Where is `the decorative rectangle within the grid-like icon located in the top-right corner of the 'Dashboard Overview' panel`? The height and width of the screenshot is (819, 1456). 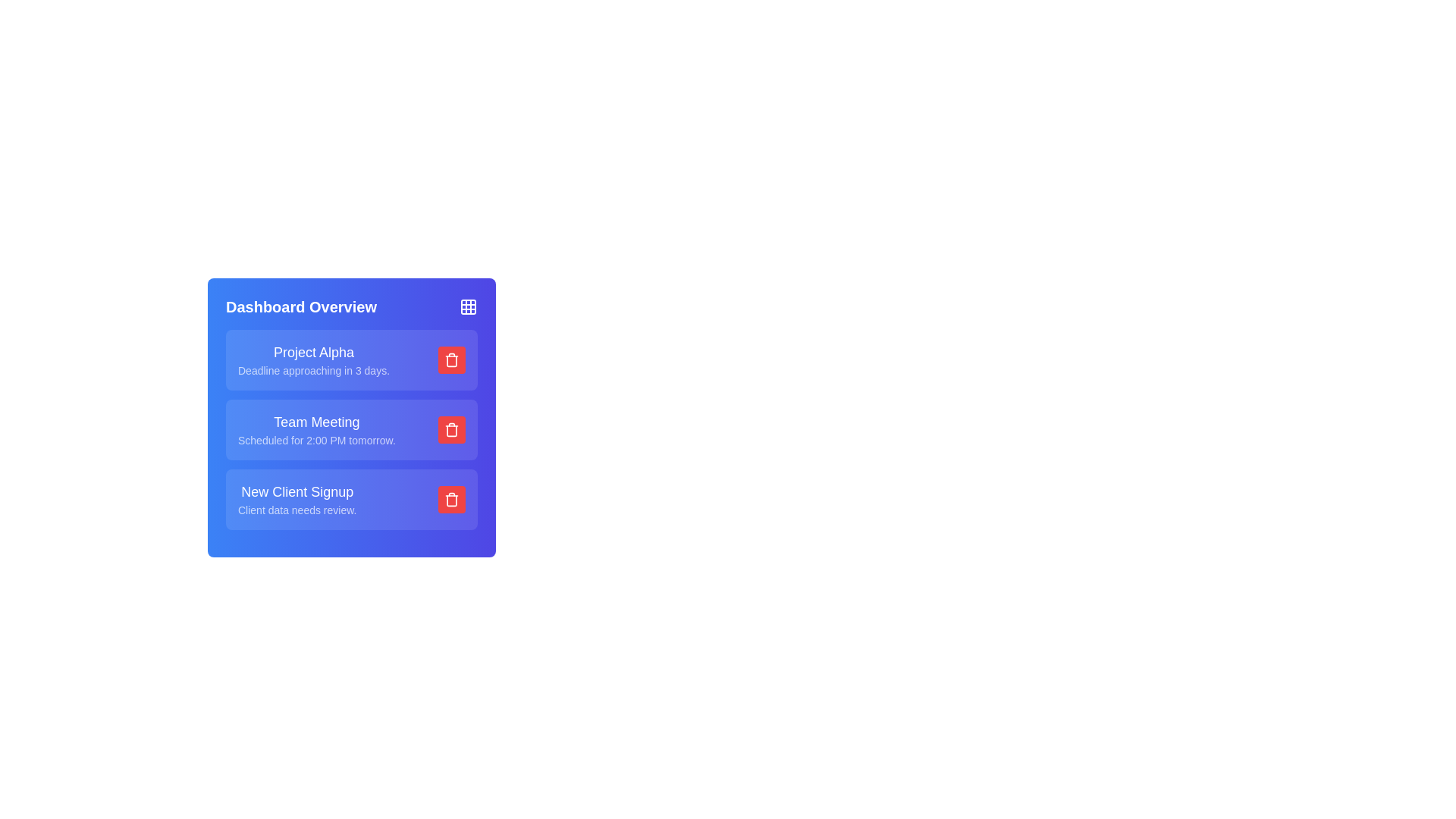 the decorative rectangle within the grid-like icon located in the top-right corner of the 'Dashboard Overview' panel is located at coordinates (468, 307).